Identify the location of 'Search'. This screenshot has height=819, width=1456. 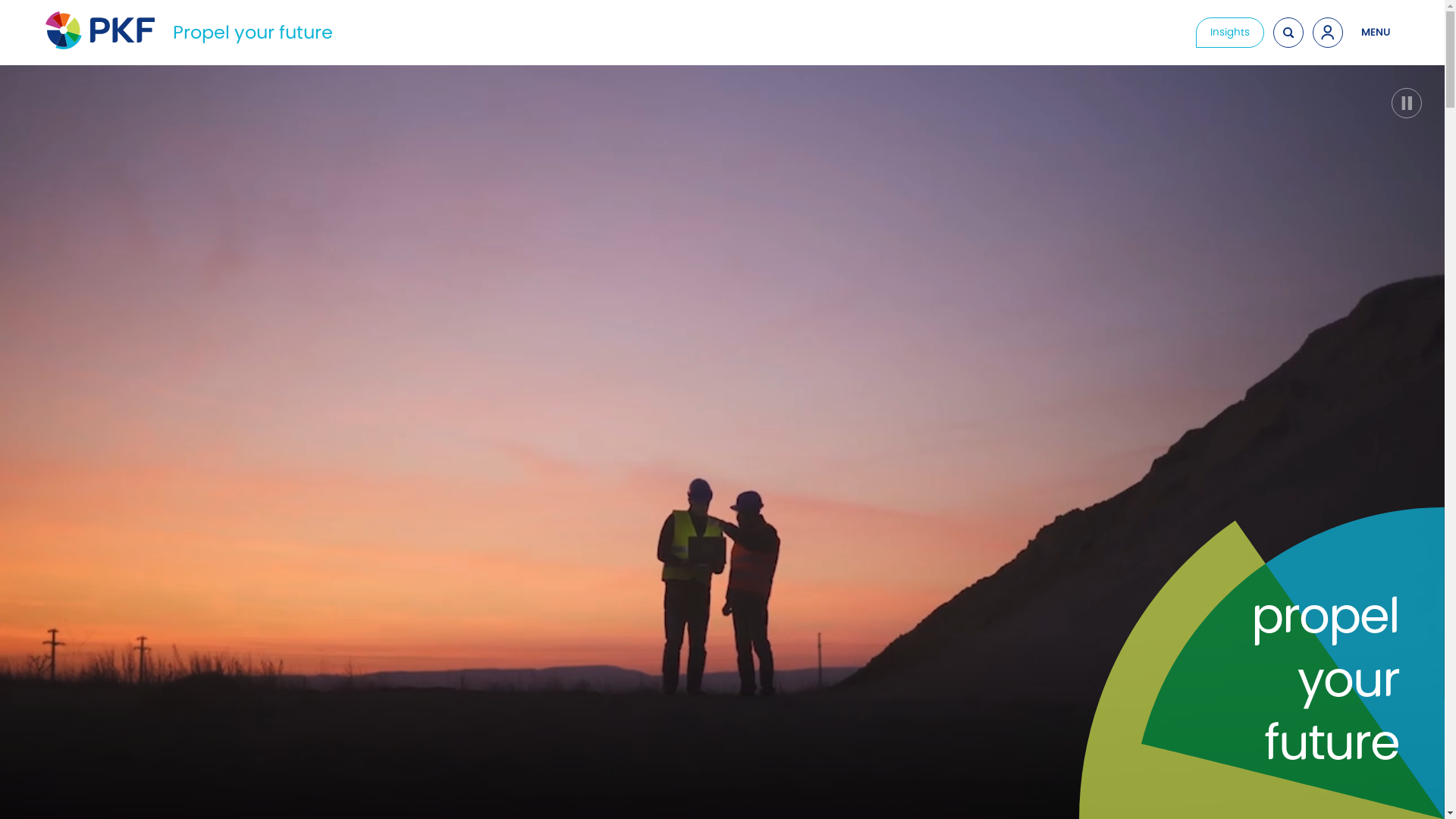
(1288, 32).